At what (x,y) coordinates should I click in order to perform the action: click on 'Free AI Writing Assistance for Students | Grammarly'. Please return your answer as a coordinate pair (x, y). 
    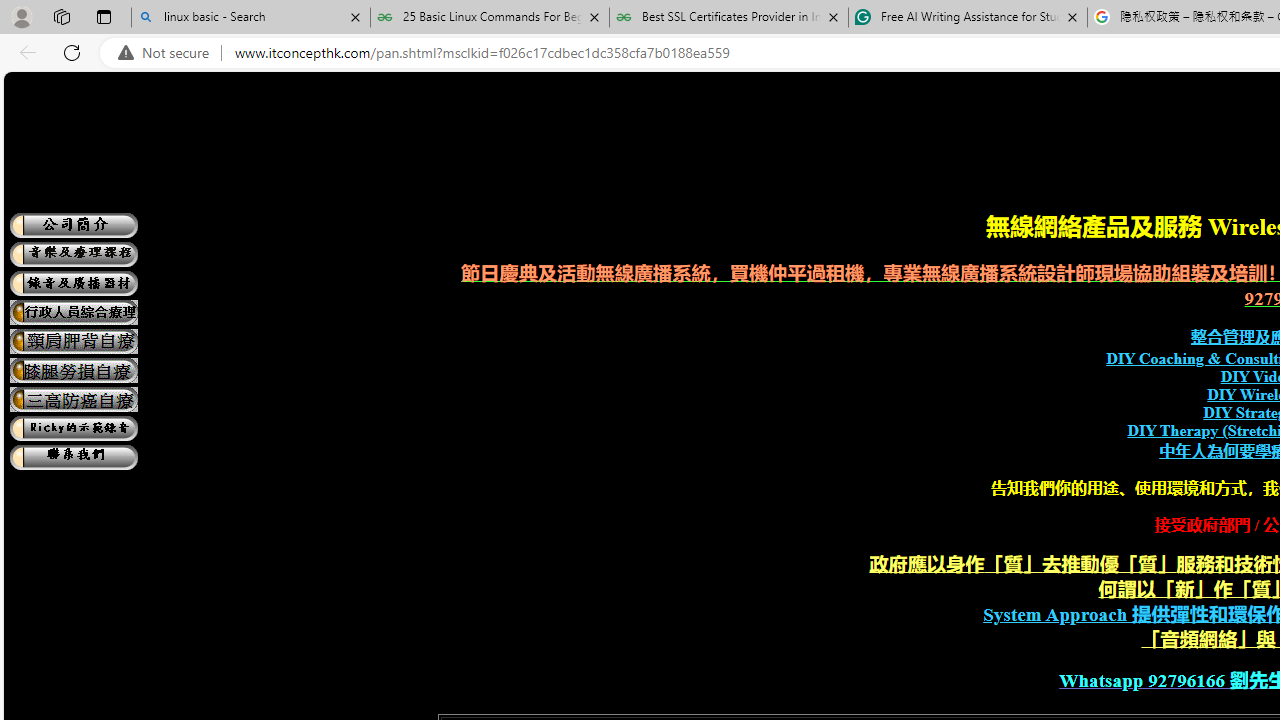
    Looking at the image, I should click on (967, 17).